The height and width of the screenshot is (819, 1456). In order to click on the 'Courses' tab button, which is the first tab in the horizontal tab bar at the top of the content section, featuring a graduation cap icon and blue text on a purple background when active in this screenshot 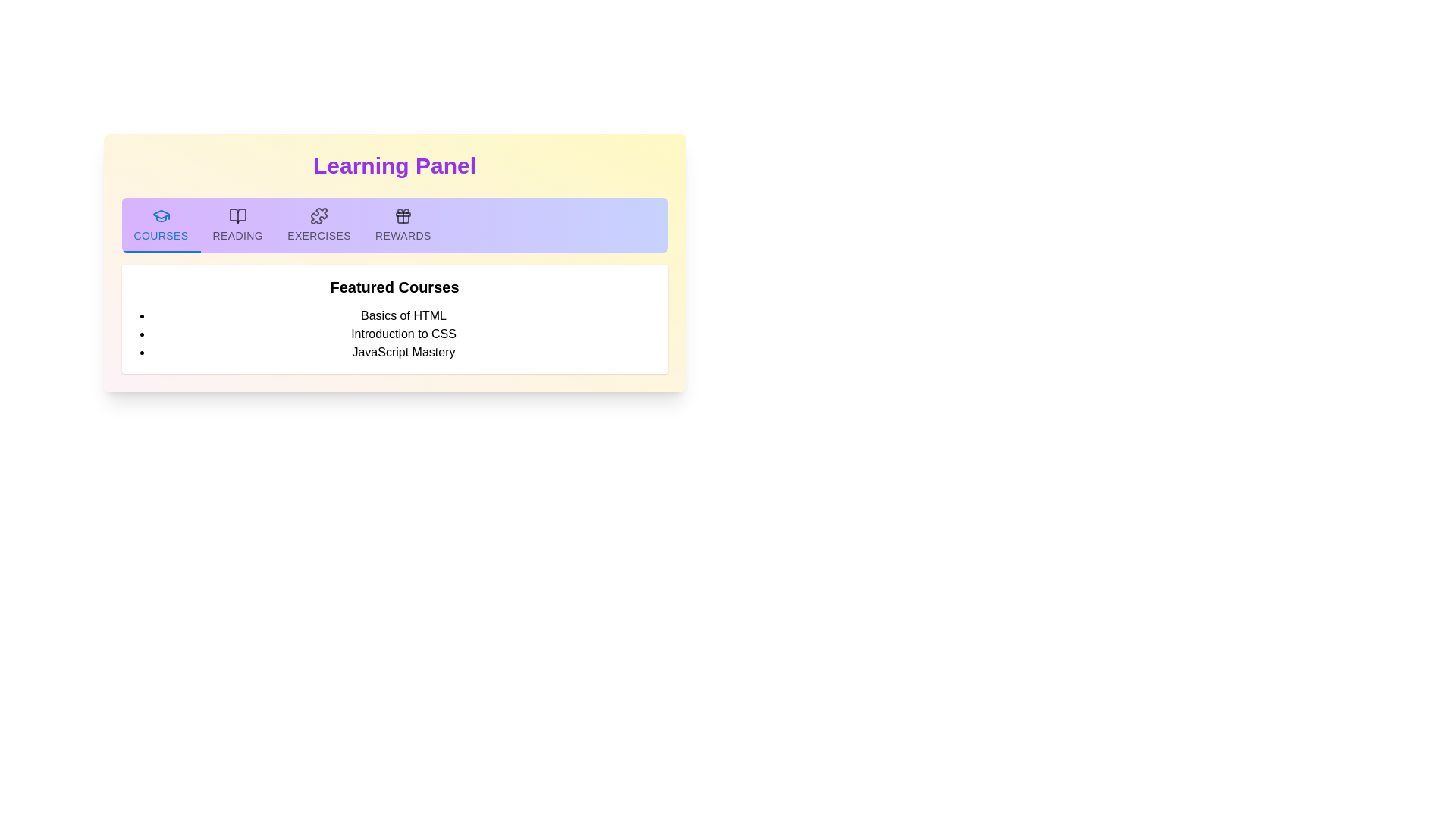, I will do `click(161, 225)`.